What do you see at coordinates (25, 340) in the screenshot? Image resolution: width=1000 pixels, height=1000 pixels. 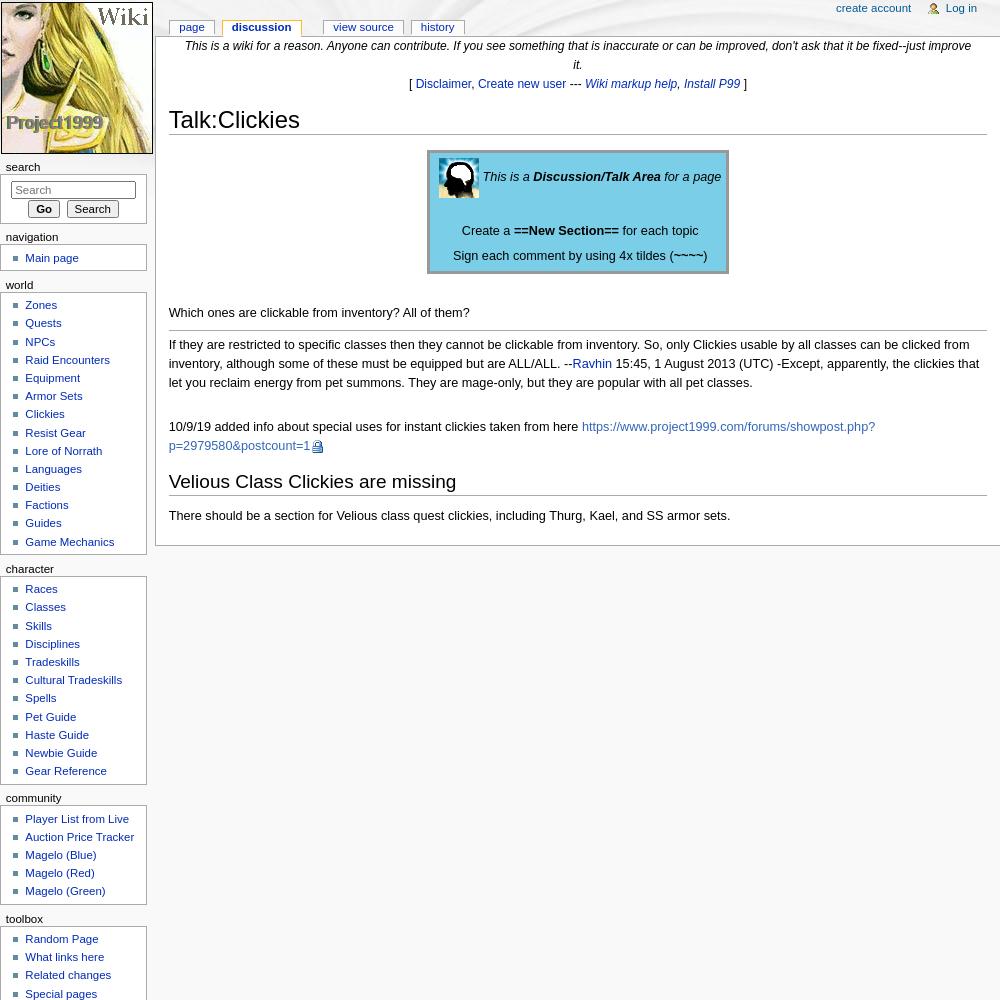 I see `'NPCs'` at bounding box center [25, 340].